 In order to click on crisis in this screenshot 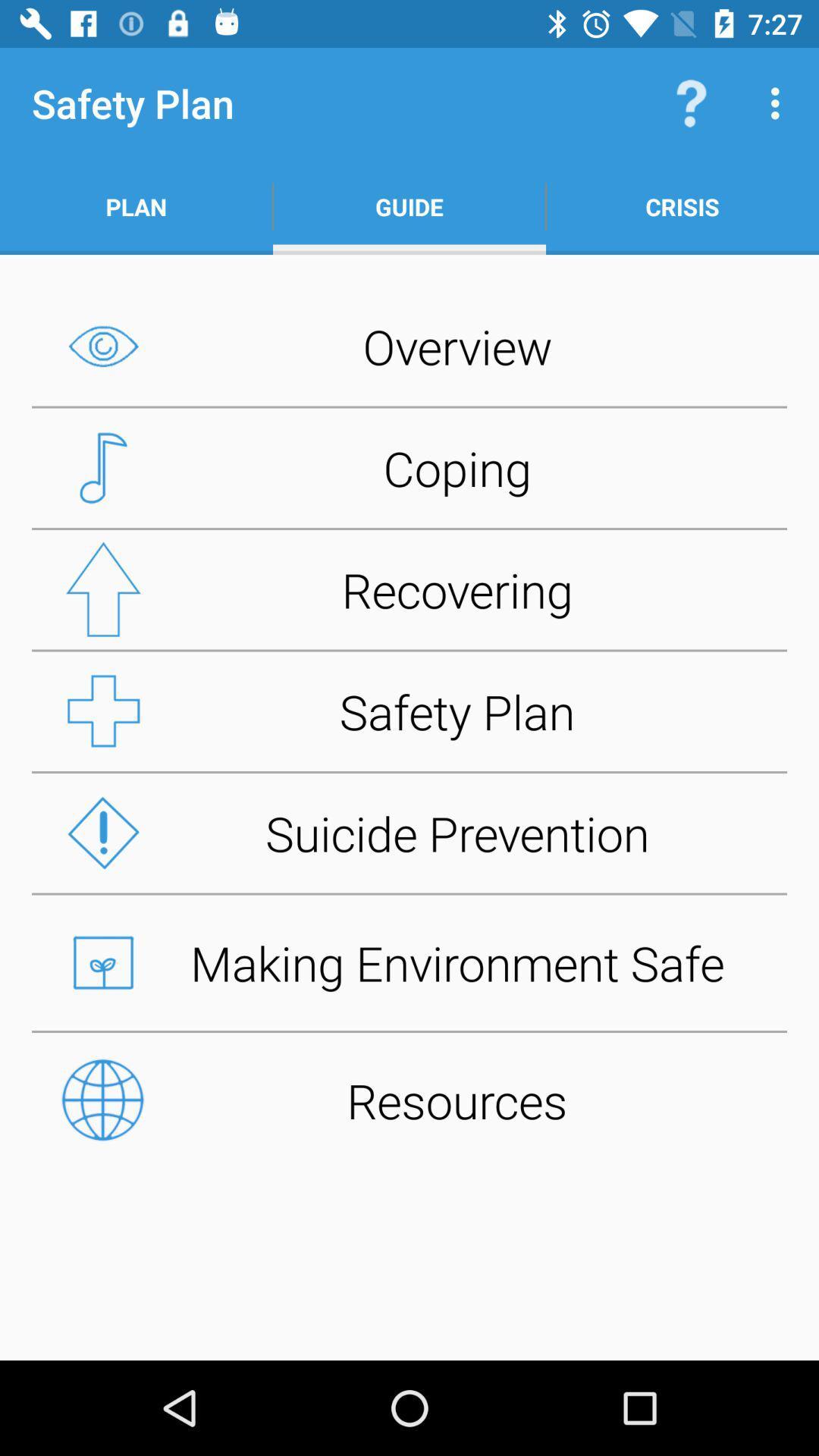, I will do `click(681, 206)`.